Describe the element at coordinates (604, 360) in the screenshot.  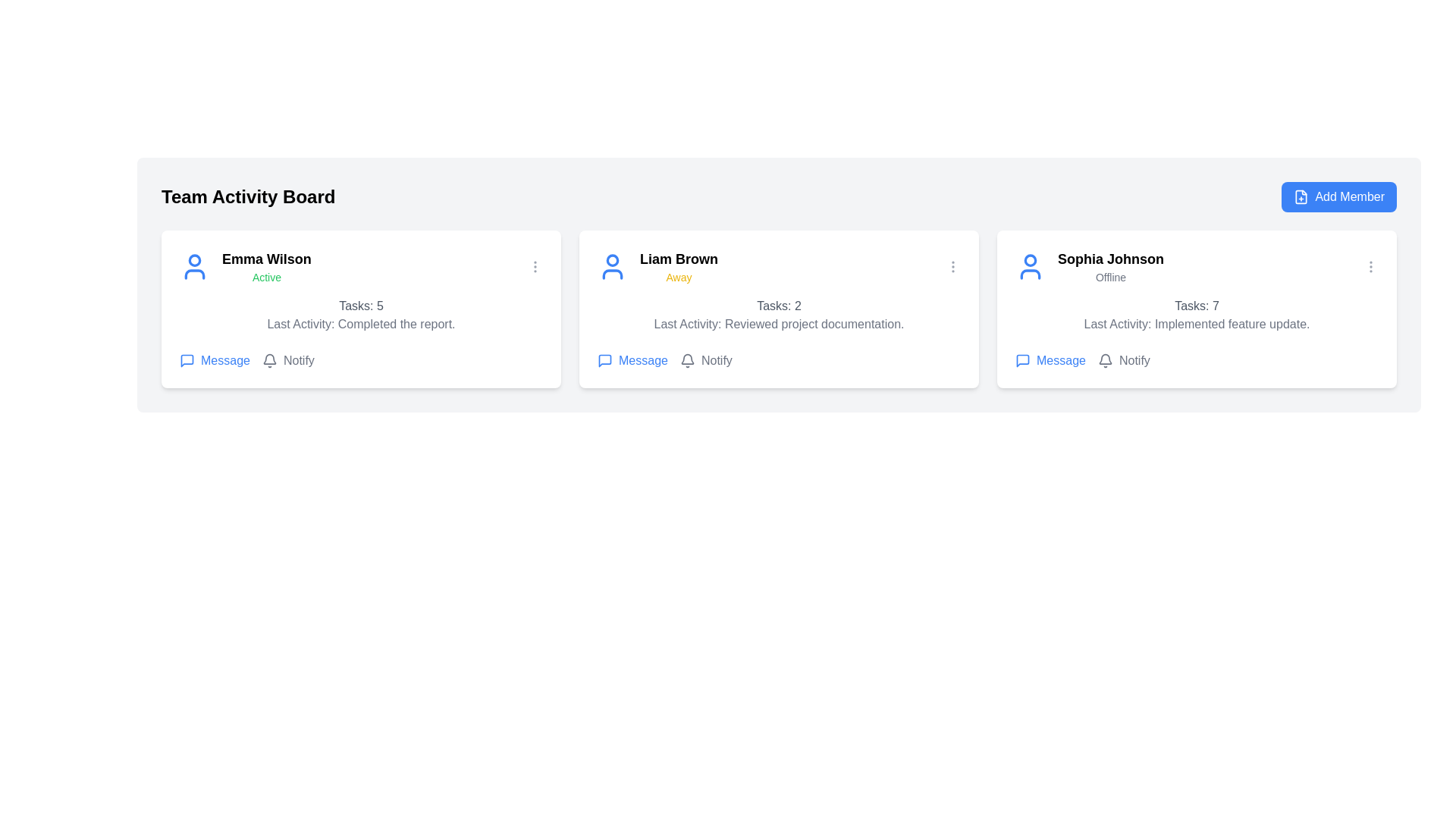
I see `the chat bubble icon with a blue outline located in the second card for 'Liam Brown', positioned at the bottom-left corner before the 'Message' label` at that location.